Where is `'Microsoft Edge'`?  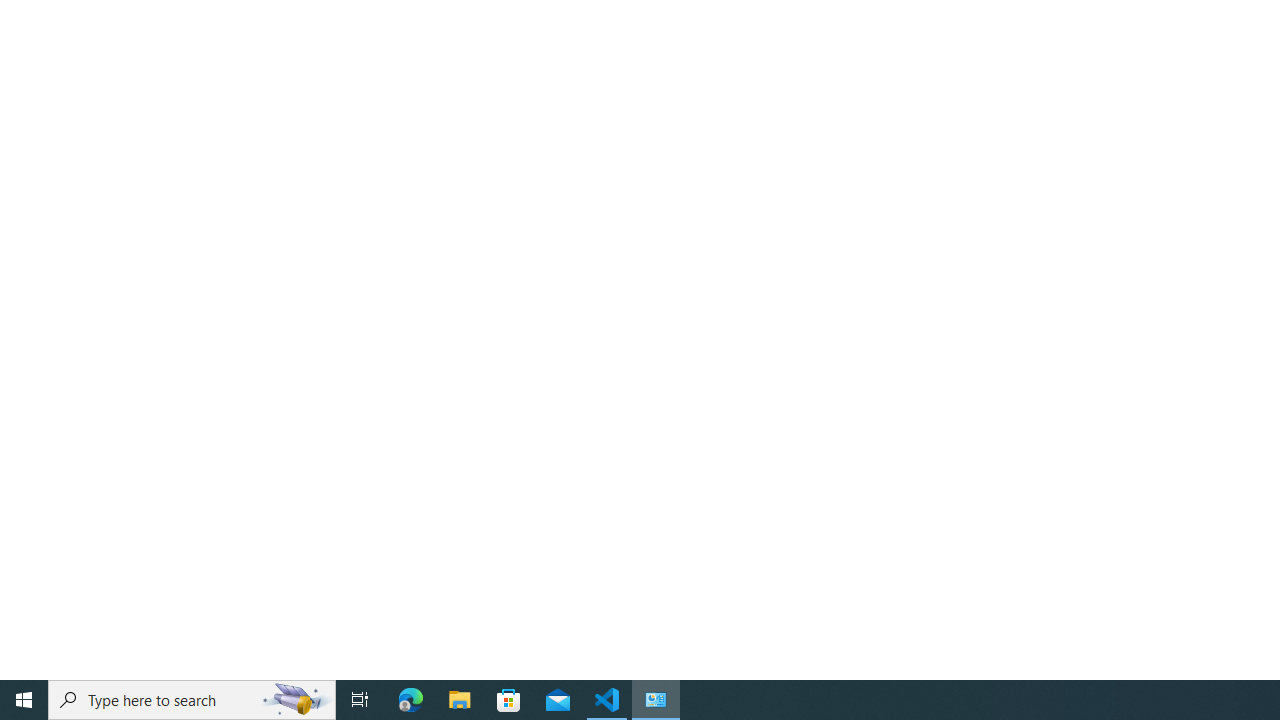 'Microsoft Edge' is located at coordinates (410, 698).